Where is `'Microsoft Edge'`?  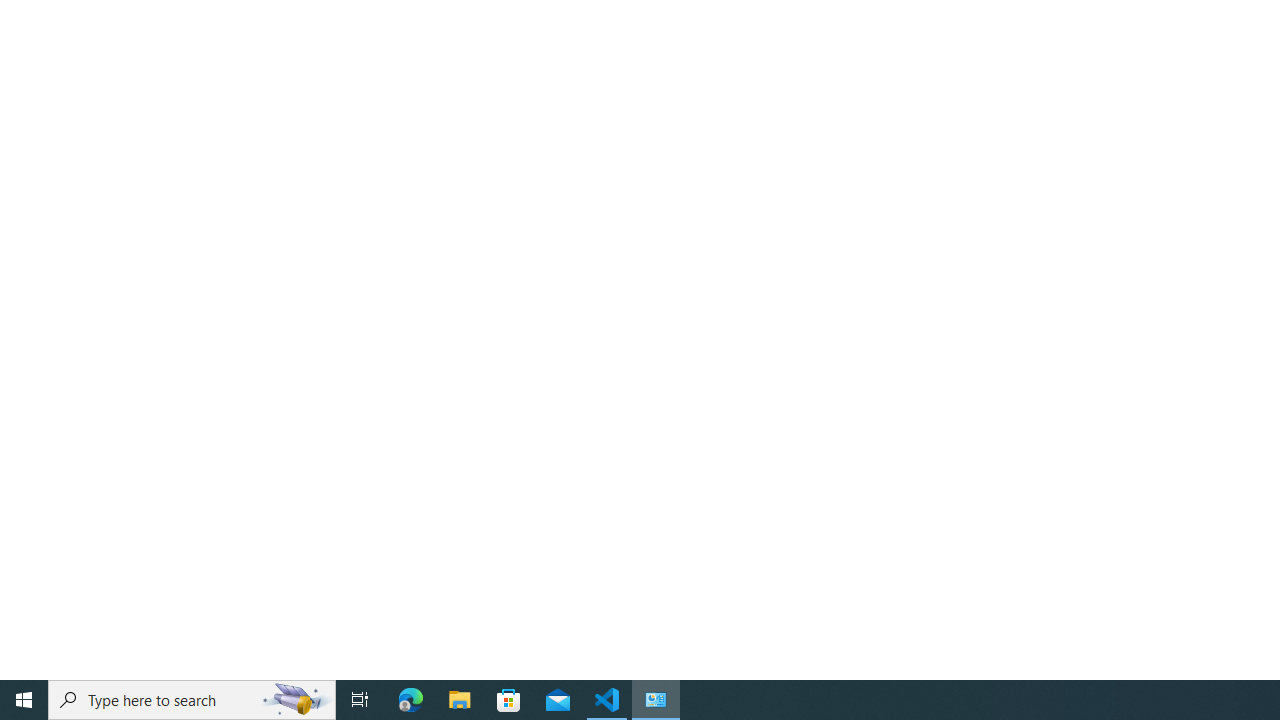 'Microsoft Edge' is located at coordinates (410, 698).